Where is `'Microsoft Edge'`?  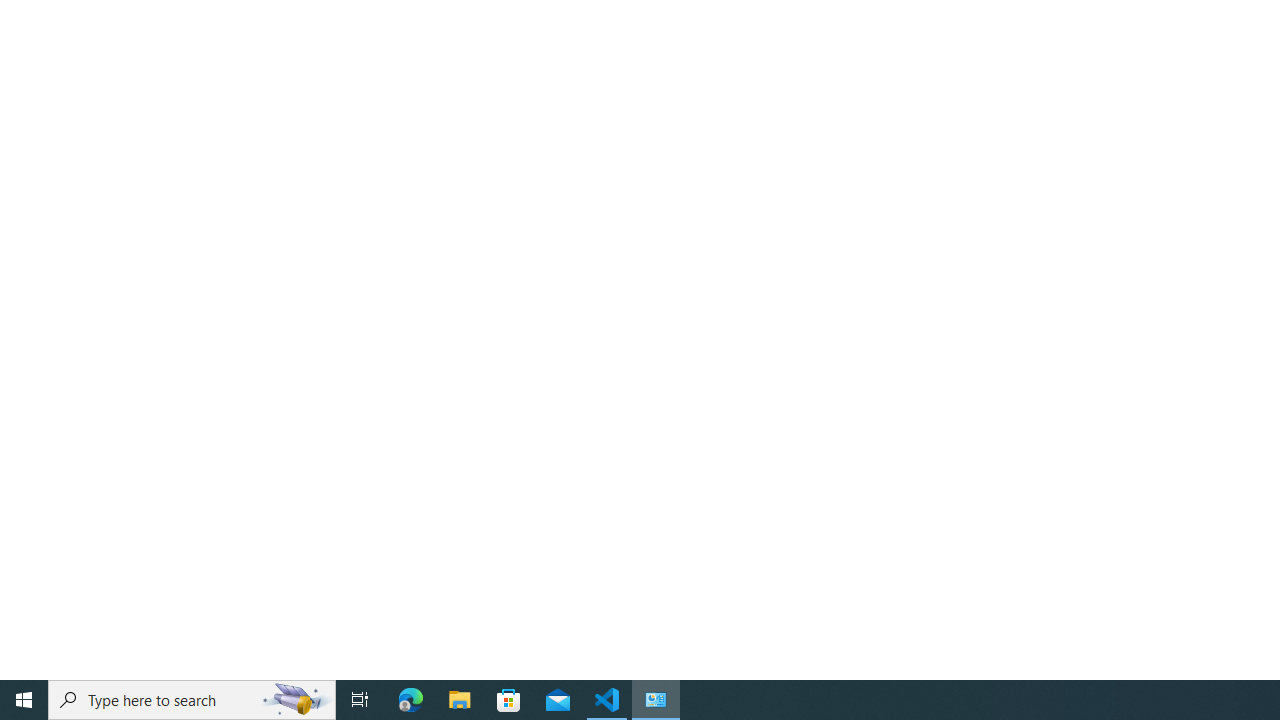 'Microsoft Edge' is located at coordinates (410, 698).